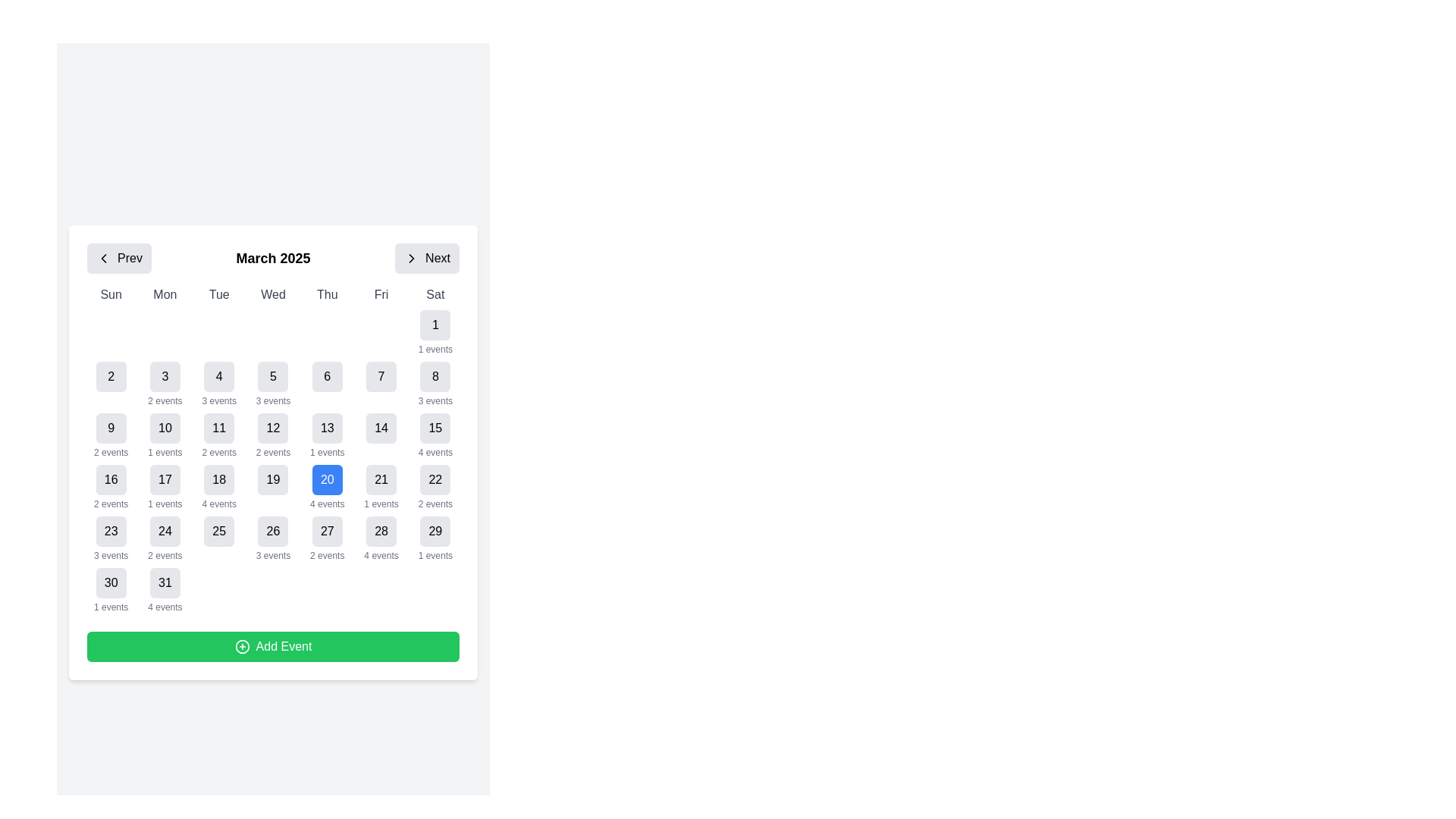 Image resolution: width=1456 pixels, height=819 pixels. What do you see at coordinates (381, 479) in the screenshot?
I see `the calendar day button for March 21st, 2025` at bounding box center [381, 479].